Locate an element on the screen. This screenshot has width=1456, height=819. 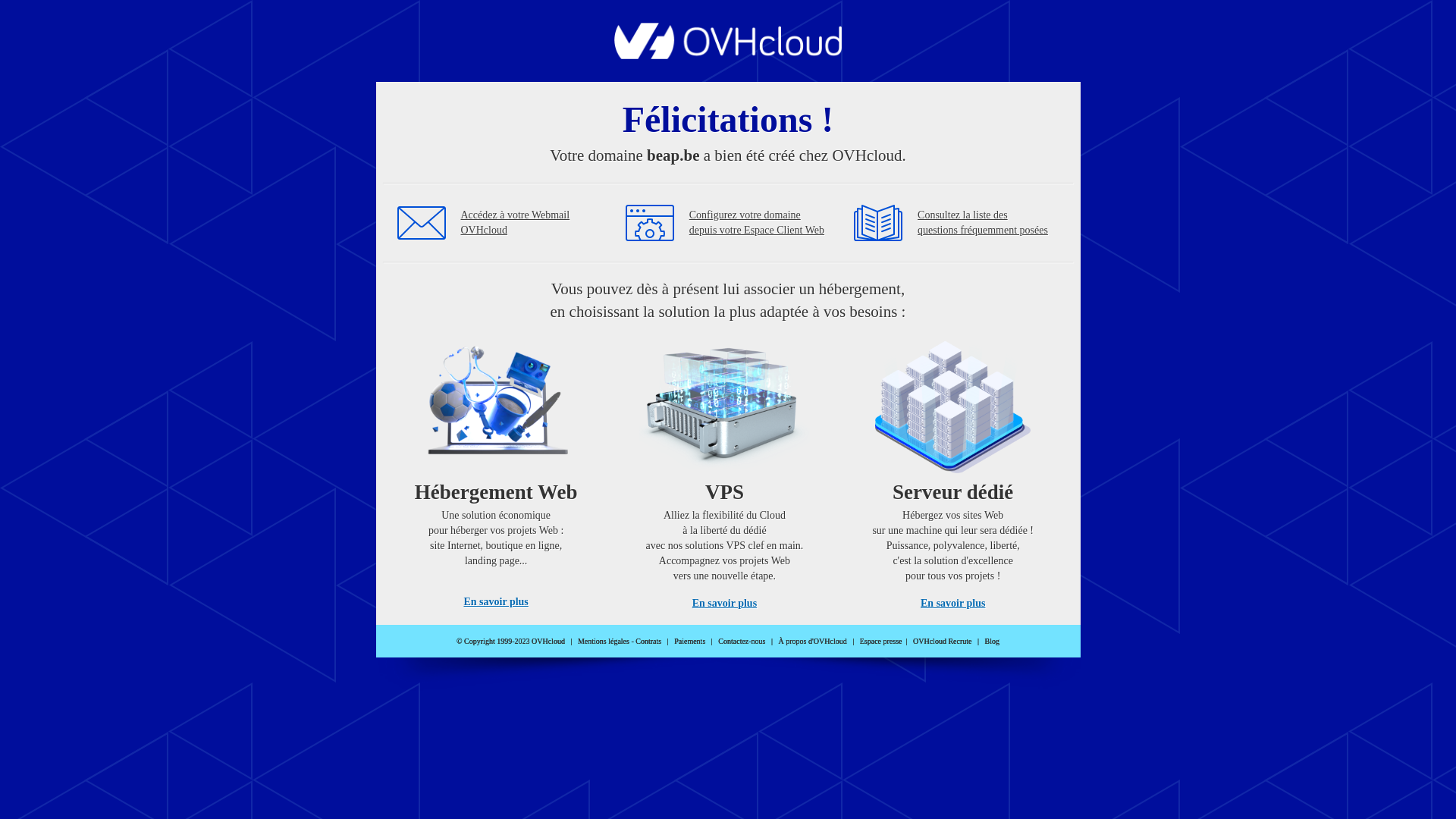
'OVHcloud Recrute' is located at coordinates (941, 641).